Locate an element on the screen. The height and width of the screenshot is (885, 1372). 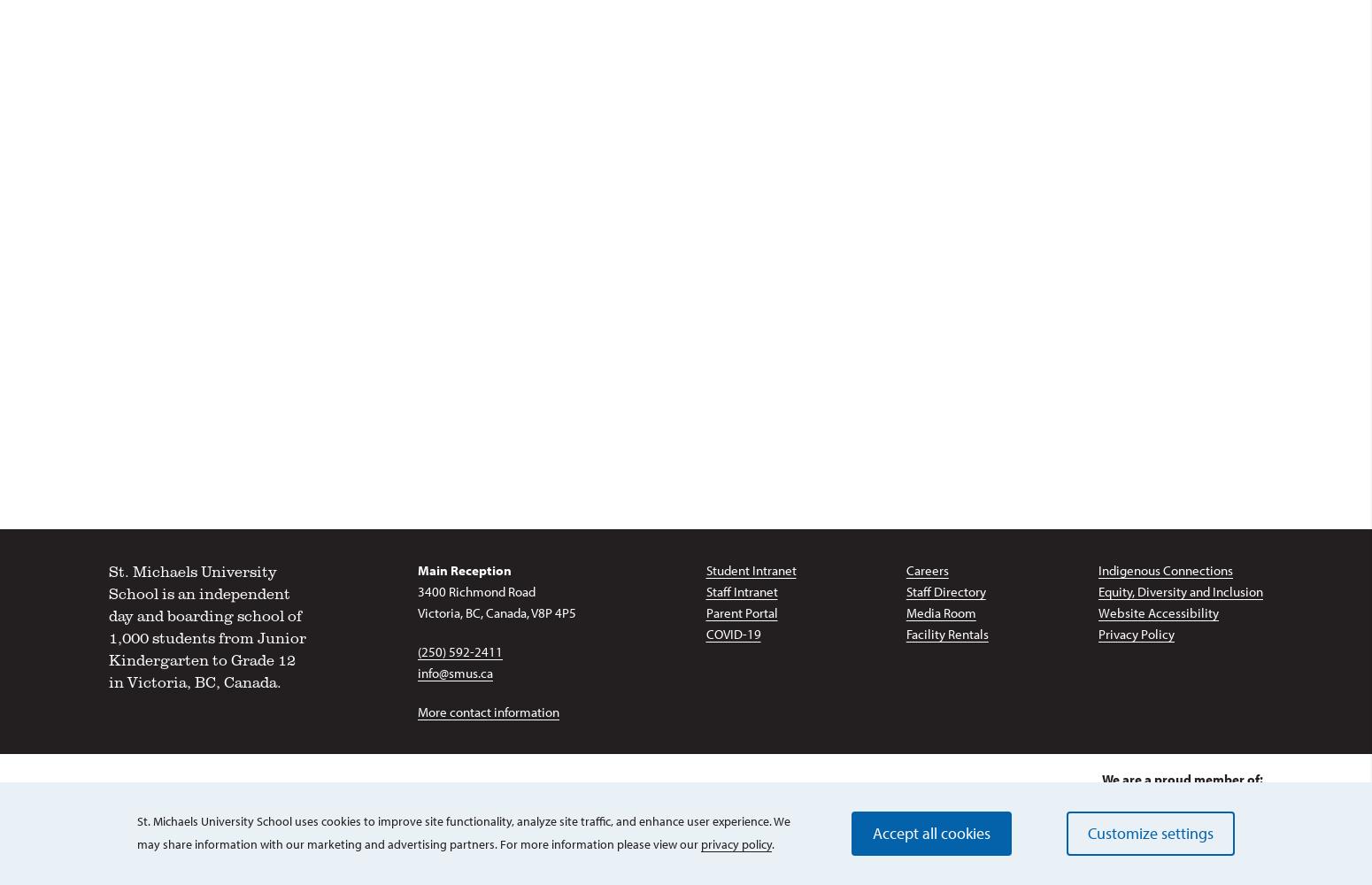
'Careers' is located at coordinates (906, 570).